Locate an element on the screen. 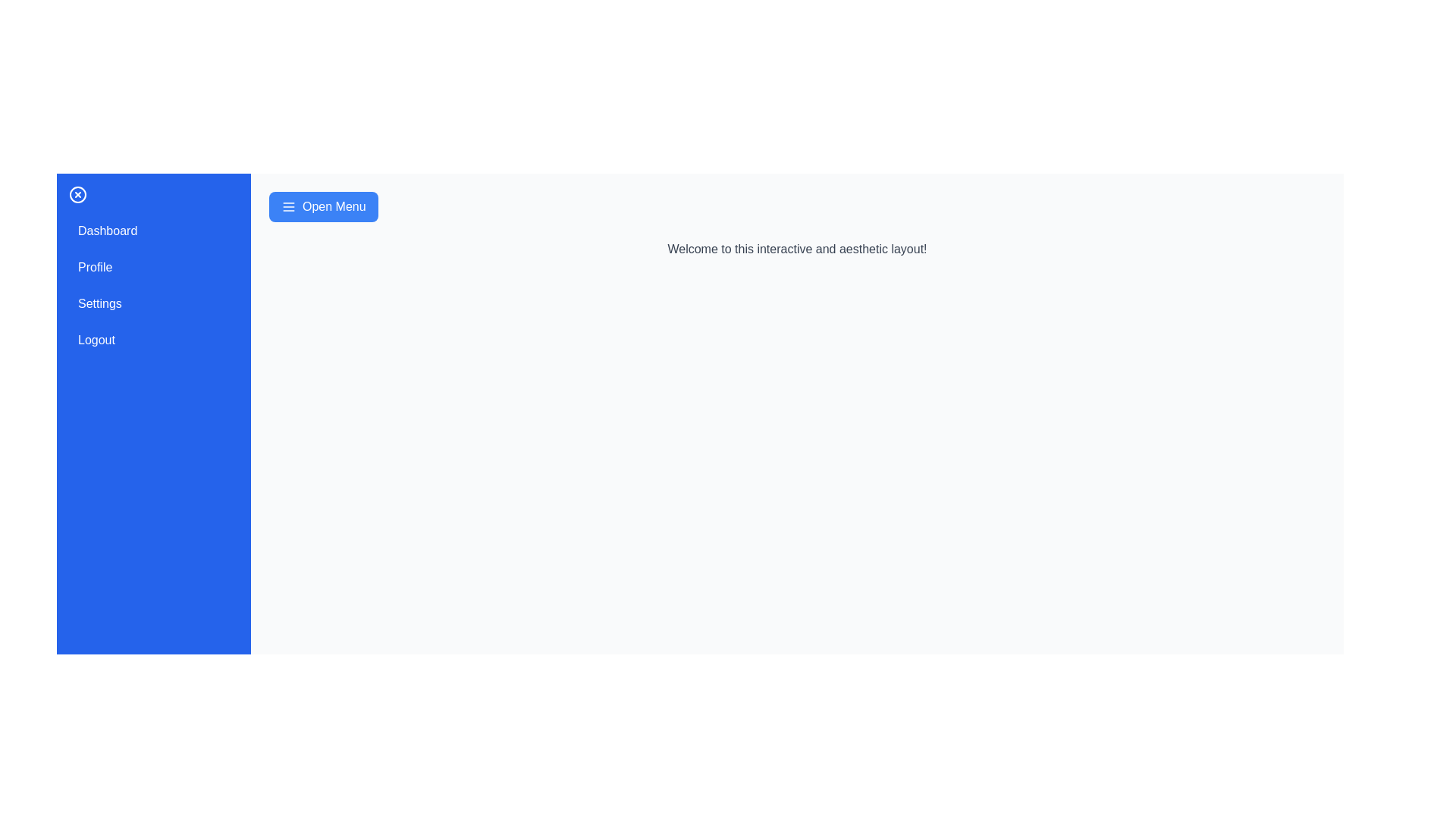 This screenshot has width=1456, height=819. the menu item Profile to observe the hover effect is located at coordinates (153, 267).